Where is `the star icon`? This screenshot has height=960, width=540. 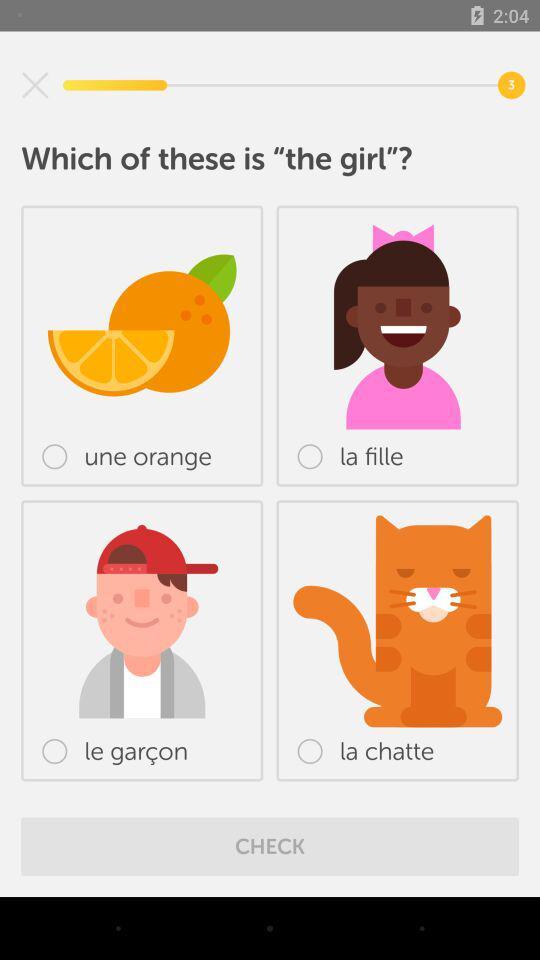
the star icon is located at coordinates (35, 85).